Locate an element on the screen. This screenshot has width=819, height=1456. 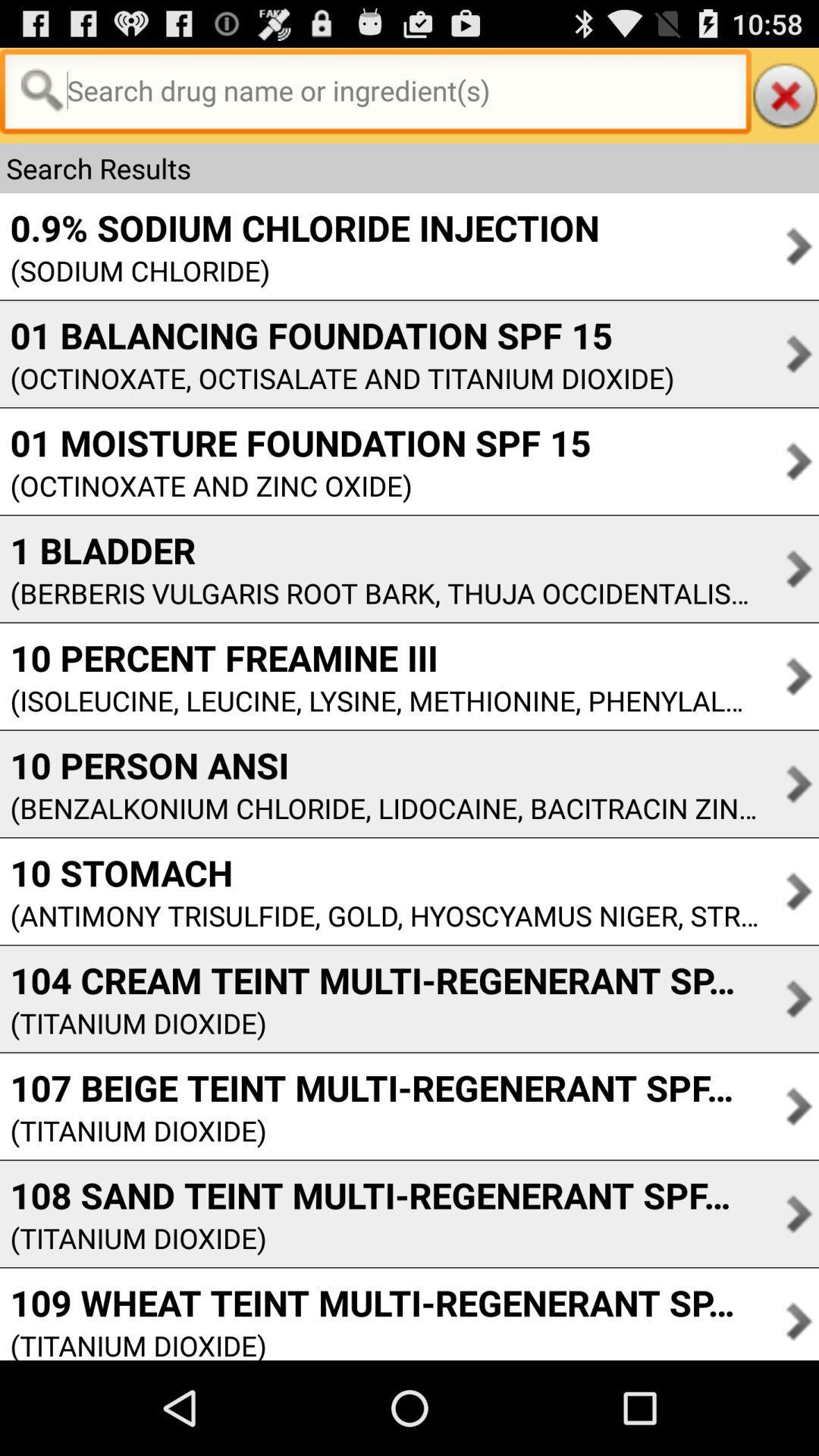
icon above (titanium dioxide) item is located at coordinates (378, 980).